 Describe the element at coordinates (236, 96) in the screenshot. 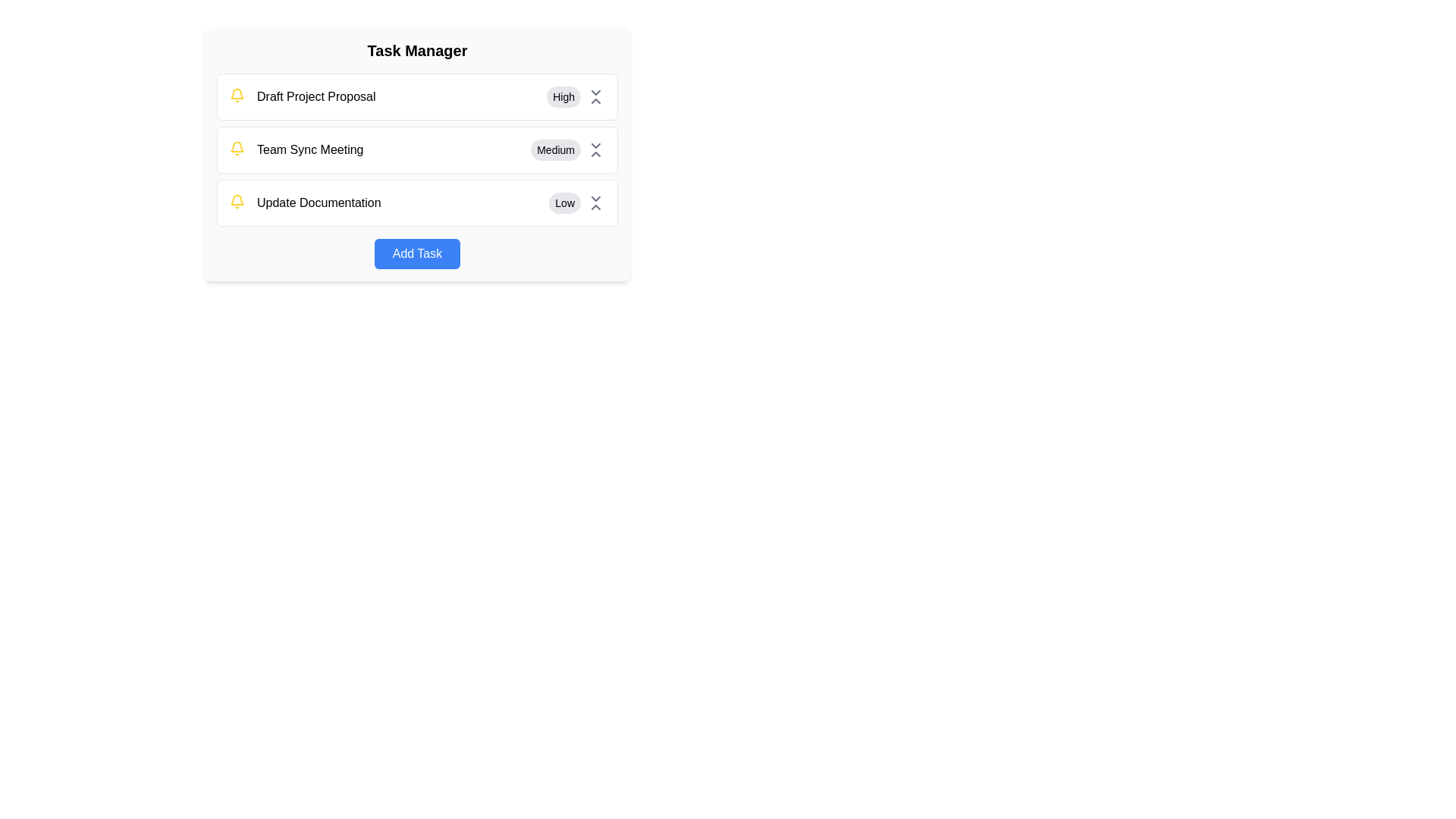

I see `small yellow bell icon, which is a notification or status indicator located to the left of the text 'Draft Project Proposal'` at that location.